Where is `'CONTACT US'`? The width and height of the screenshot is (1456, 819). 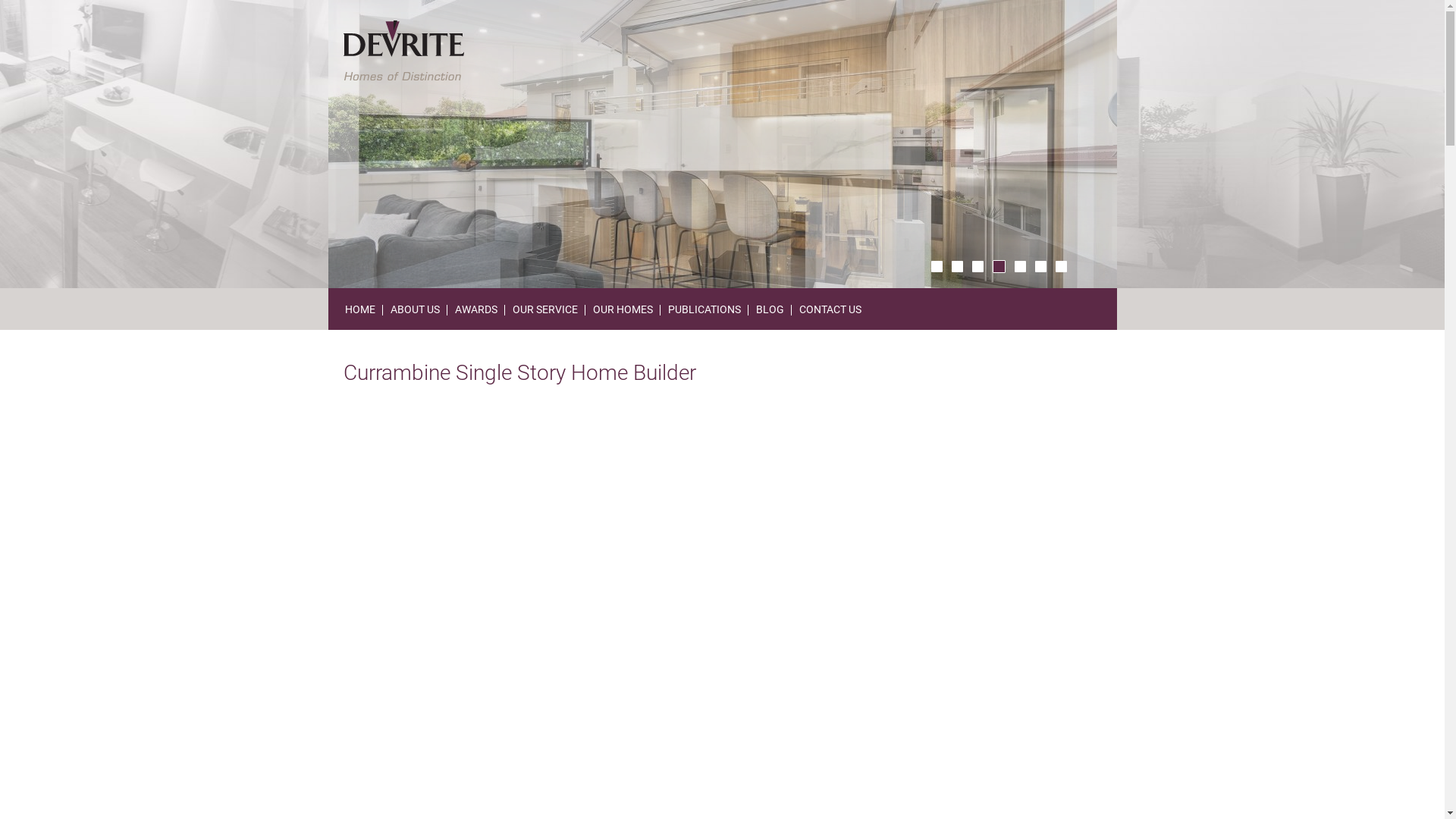
'CONTACT US' is located at coordinates (829, 309).